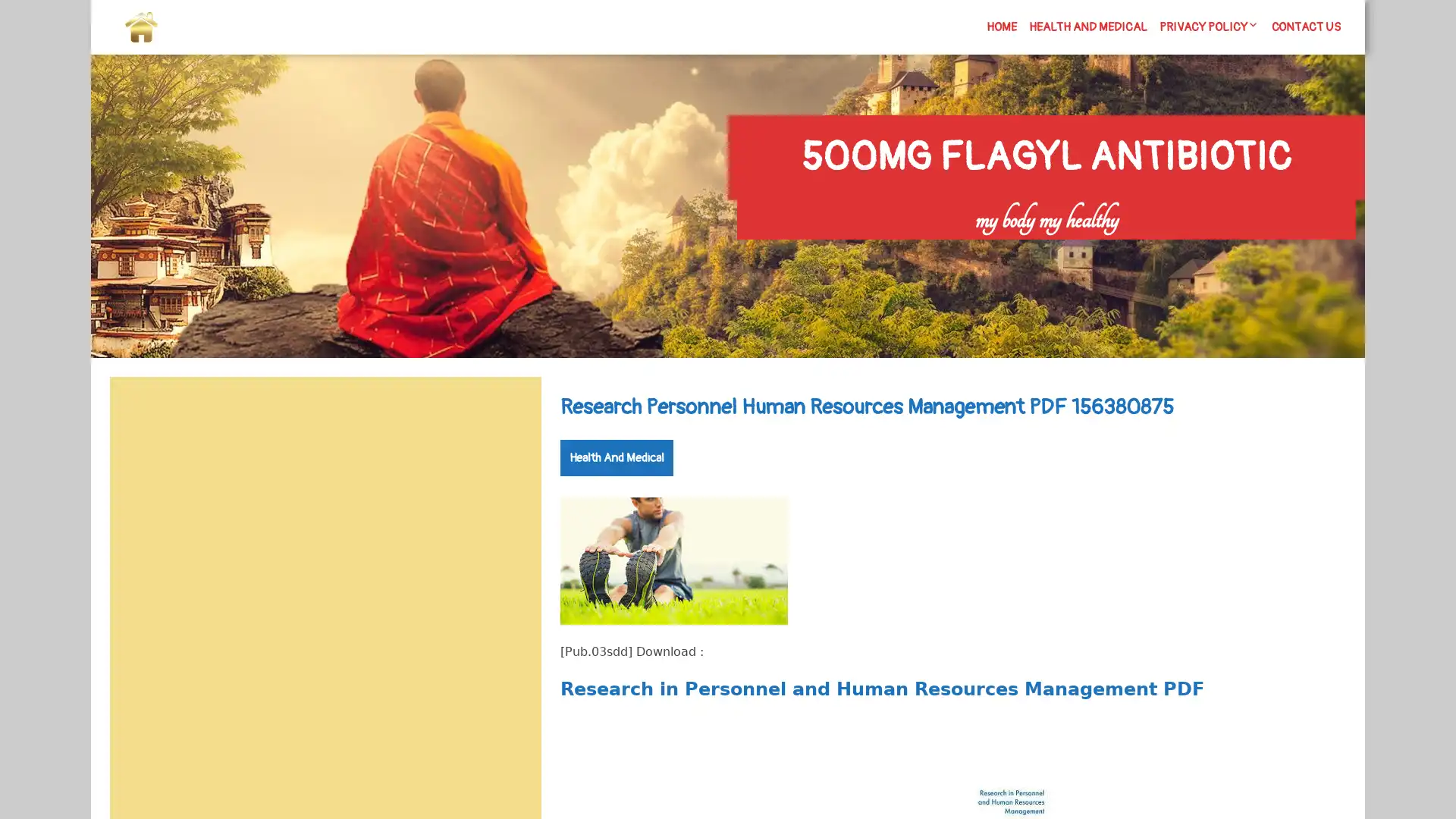 This screenshot has height=819, width=1456. I want to click on Search, so click(506, 413).